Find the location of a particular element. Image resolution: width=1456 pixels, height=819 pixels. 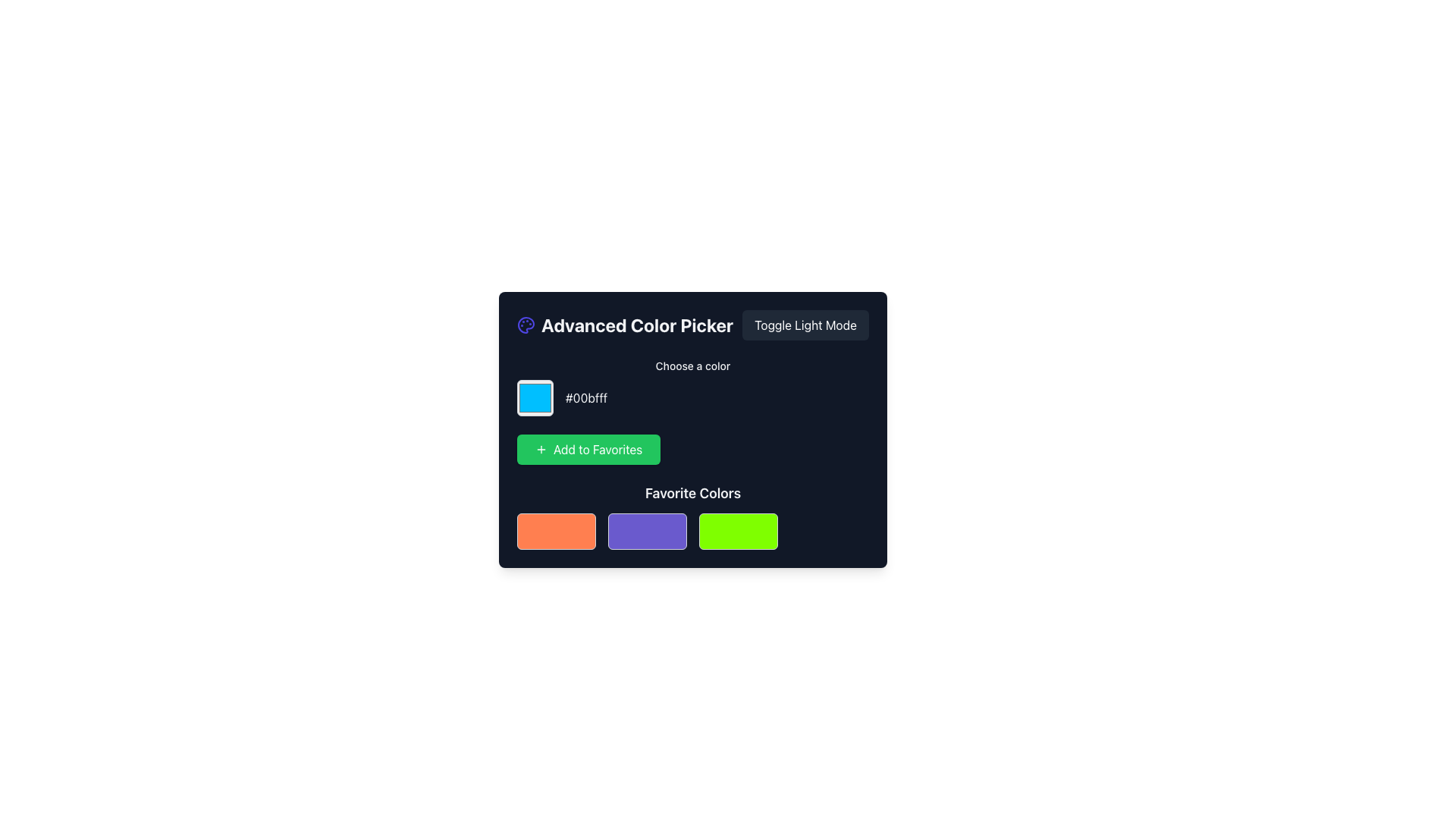

a color from the Color Picker input located in the 'Advanced Color Picker' section, which shows a preview of the color '#00bfff' is located at coordinates (692, 386).